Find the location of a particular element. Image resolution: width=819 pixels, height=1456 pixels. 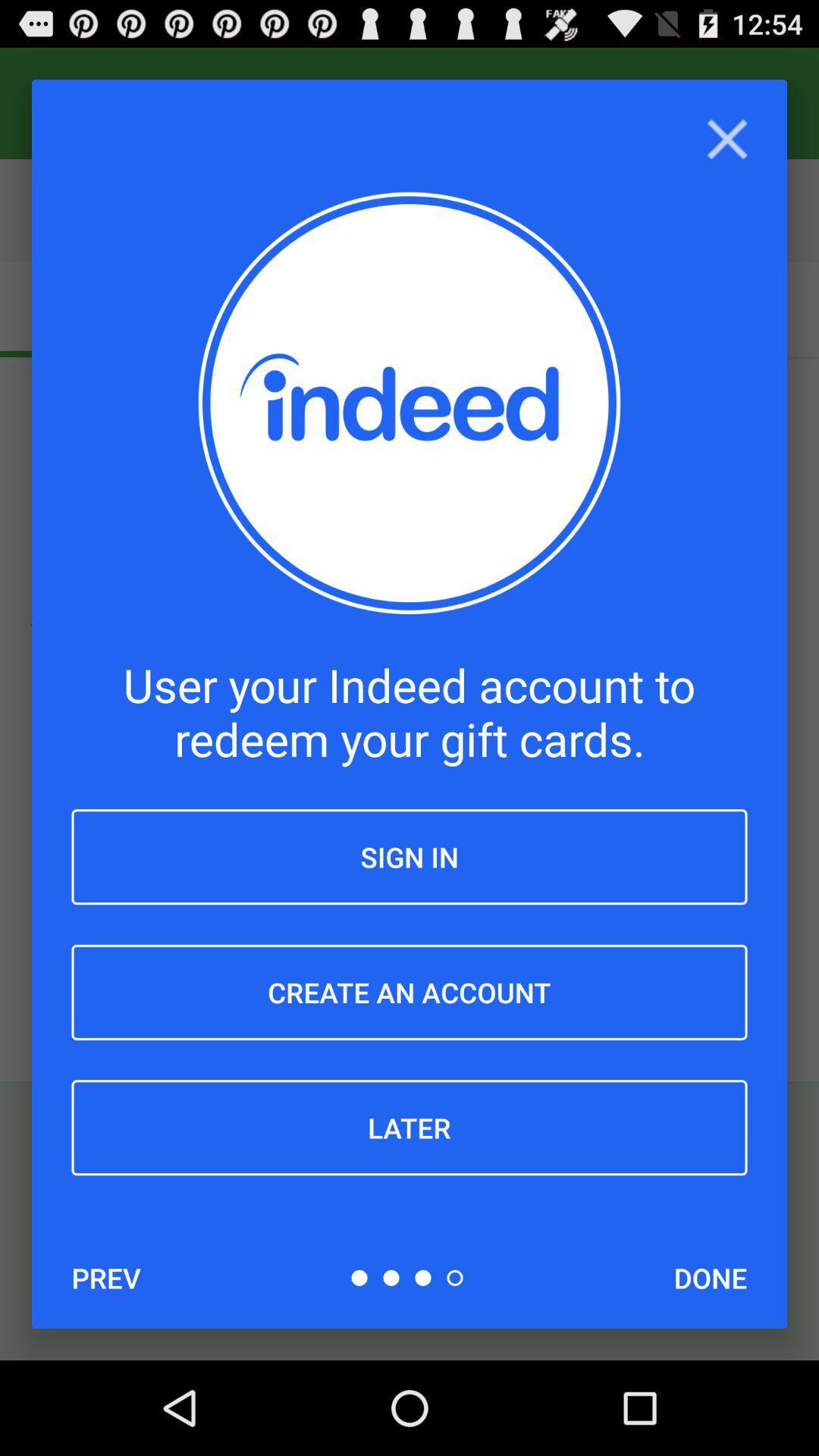

item above the create an account icon is located at coordinates (409, 857).